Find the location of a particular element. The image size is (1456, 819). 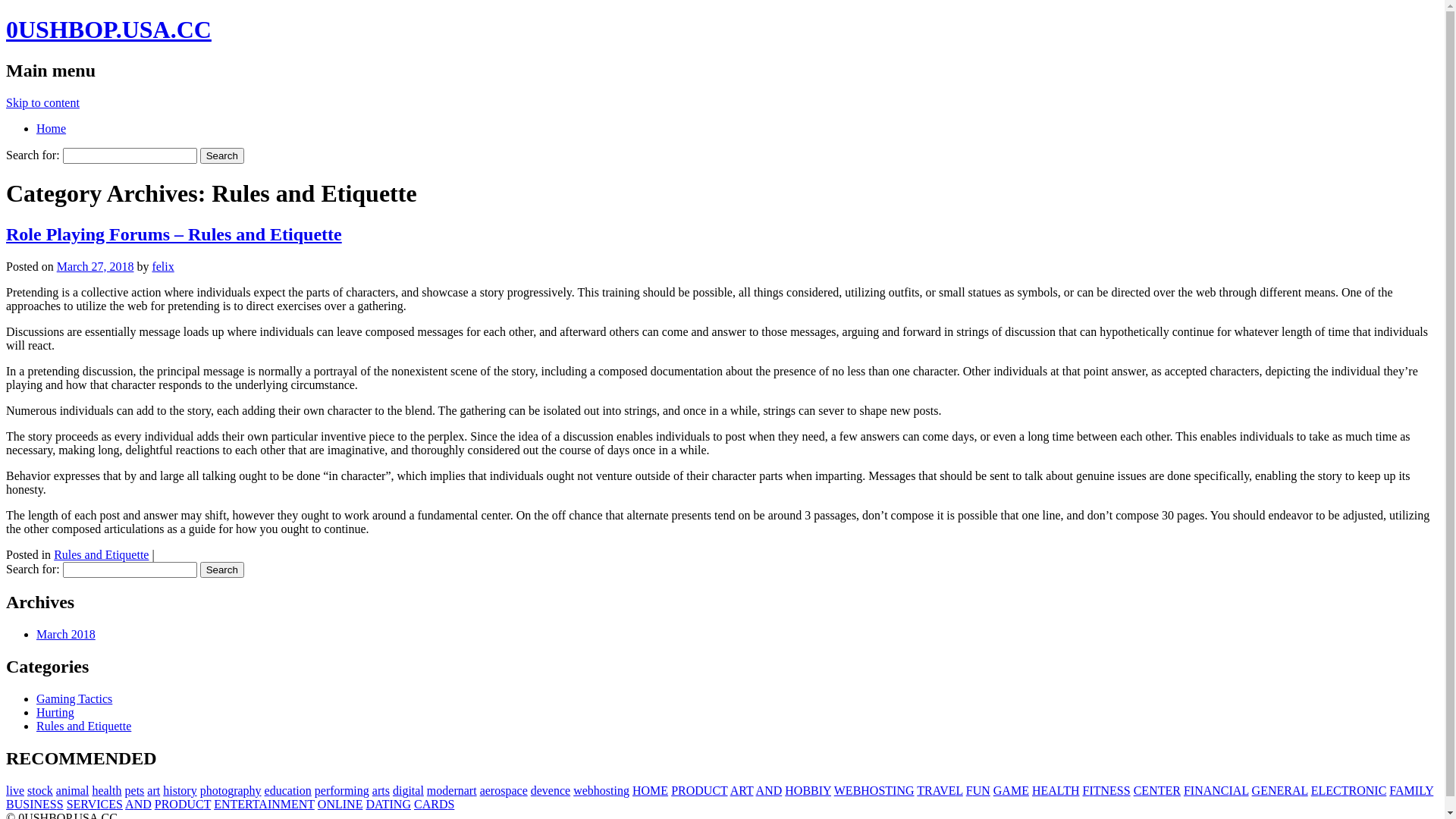

's' is located at coordinates (607, 789).